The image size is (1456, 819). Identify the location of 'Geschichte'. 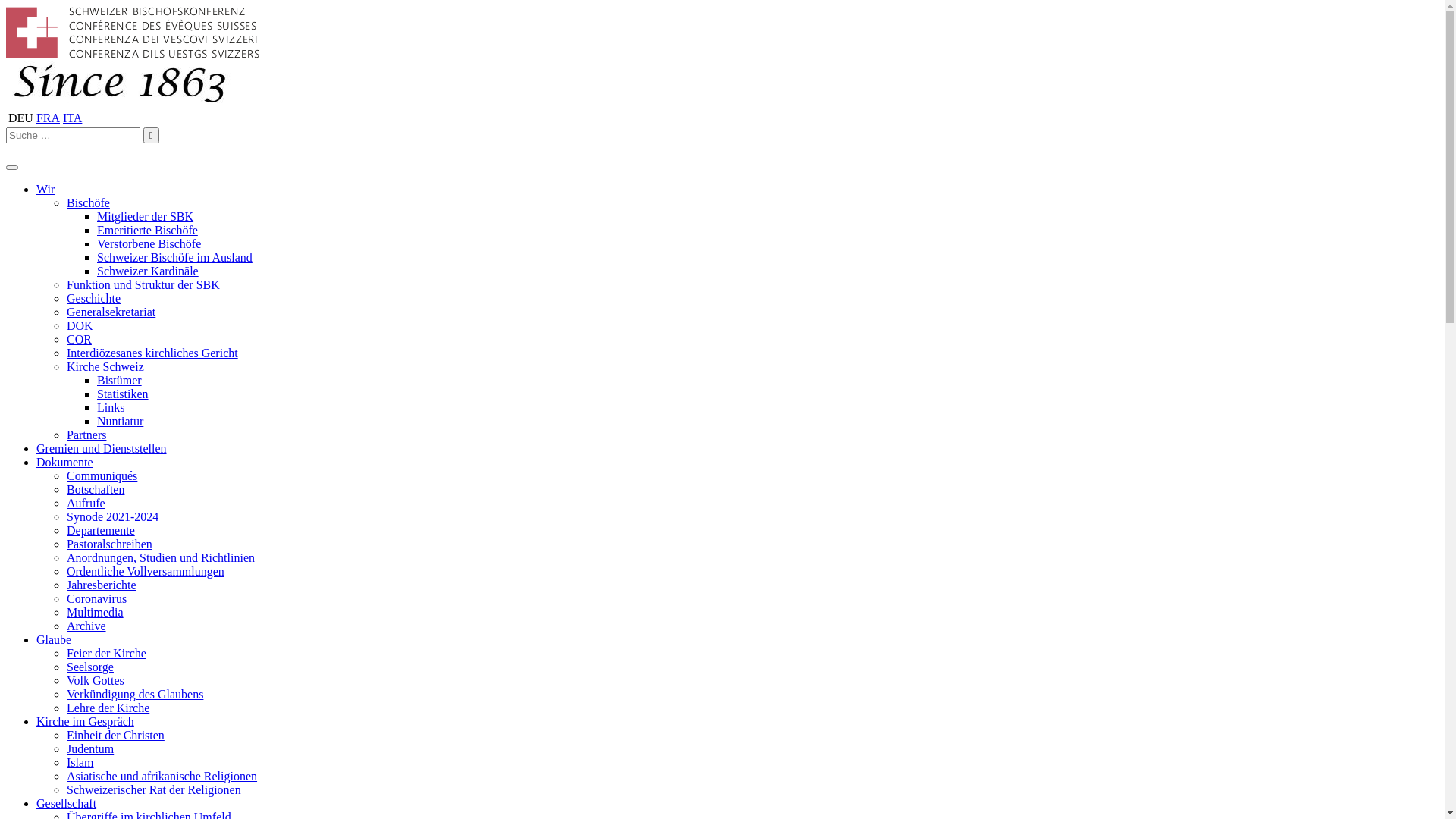
(93, 298).